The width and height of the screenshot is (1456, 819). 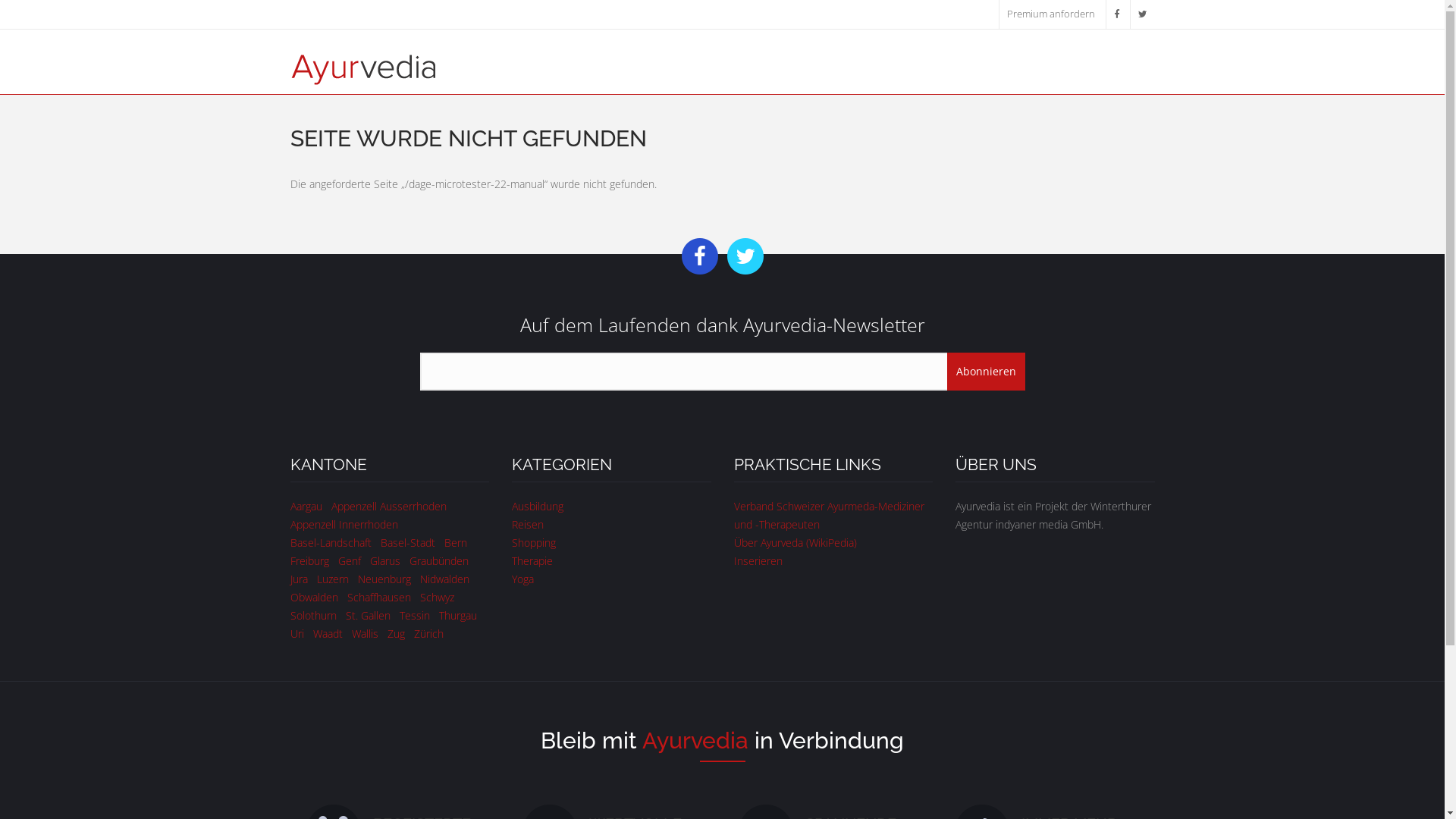 I want to click on 'Wallis', so click(x=365, y=633).